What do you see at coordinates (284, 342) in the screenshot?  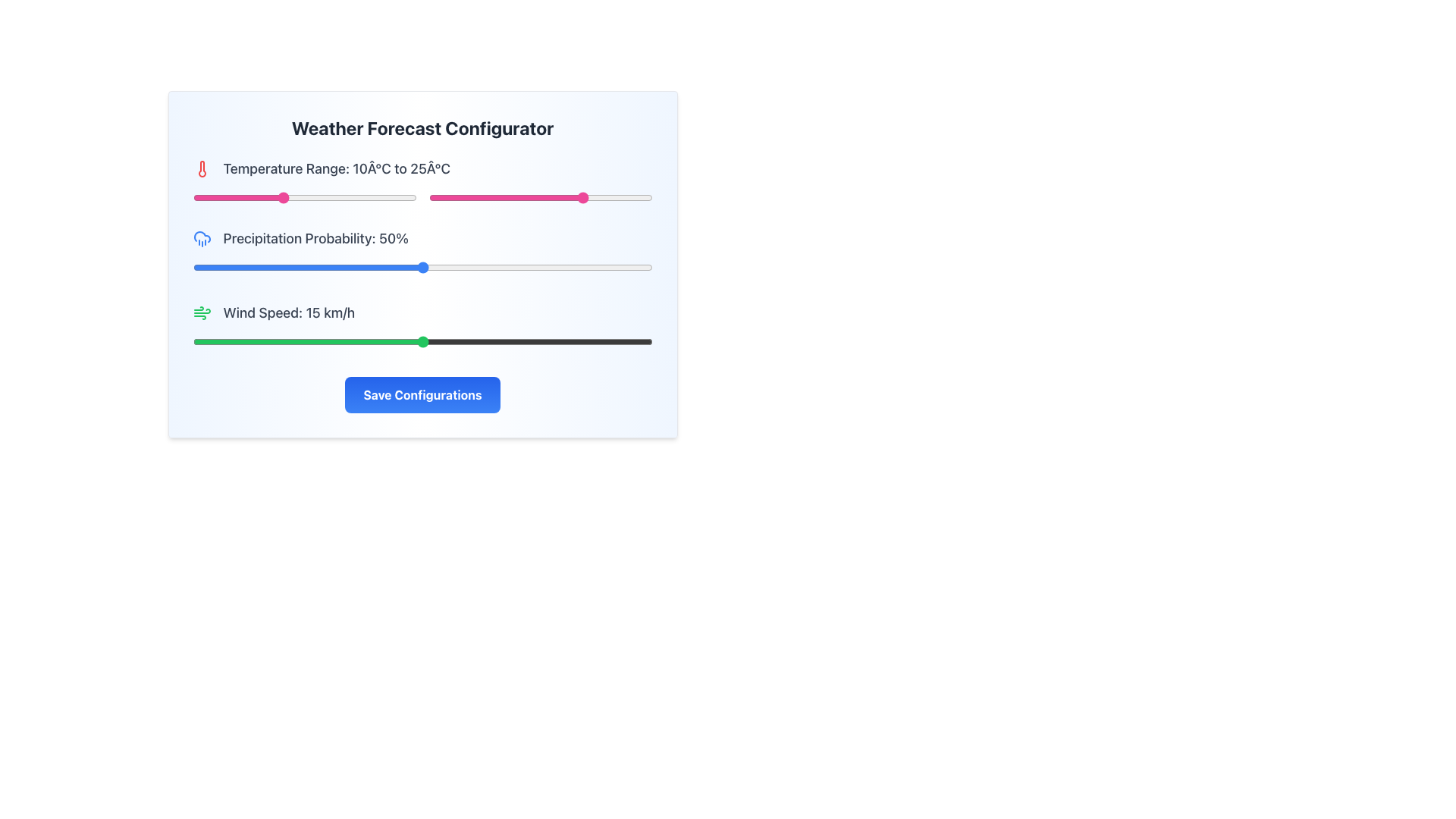 I see `wind speed` at bounding box center [284, 342].